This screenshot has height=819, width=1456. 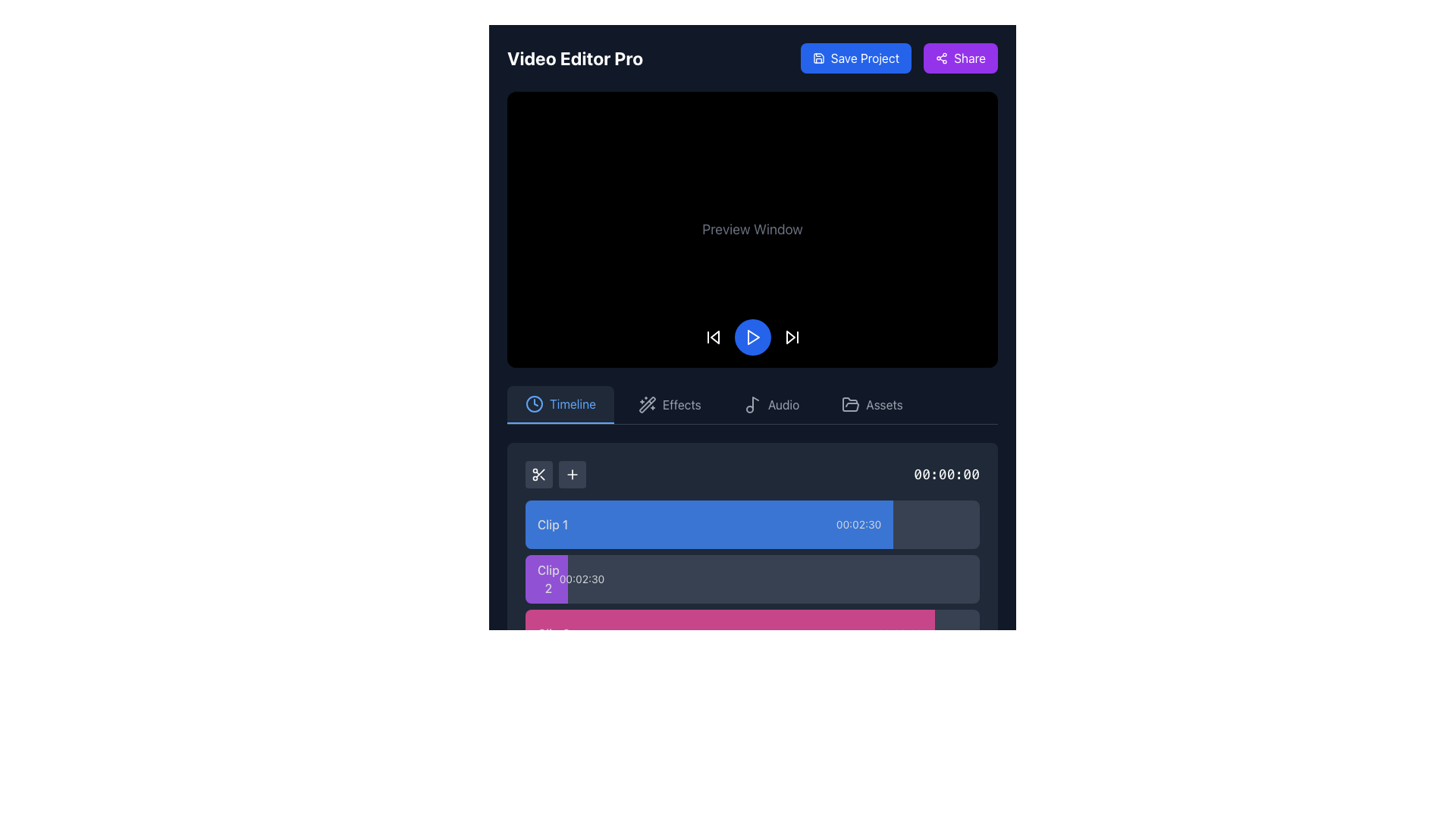 I want to click on the audio editing tab button located in the horizontal navigation bar, which is the third item from the left, between the 'Effects' tab and the 'Assets' tab, to observe its hover effects, so click(x=771, y=403).